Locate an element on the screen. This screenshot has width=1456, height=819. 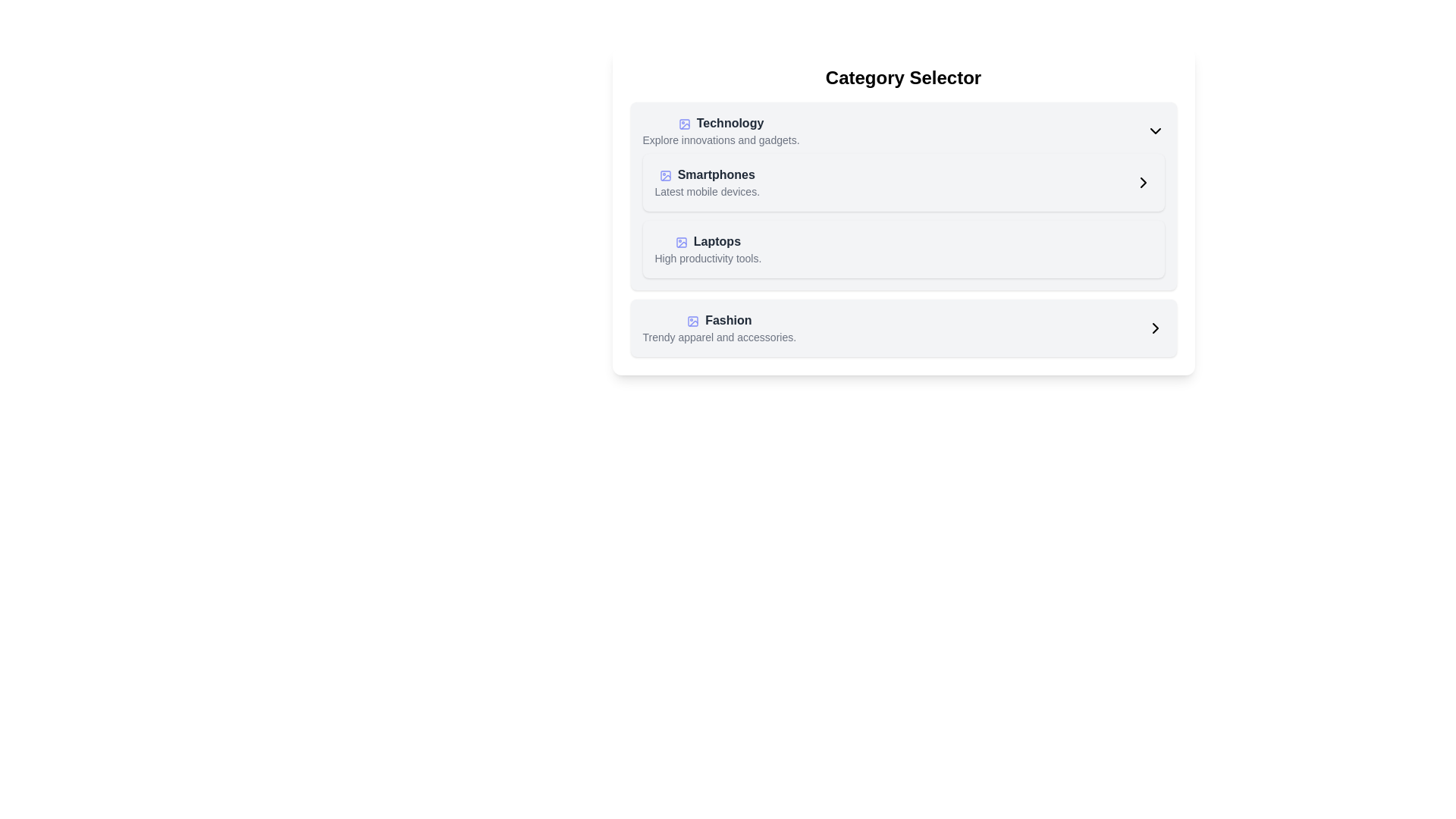
the small light indigo icon located to the left of the 'Fashion' text is located at coordinates (692, 320).